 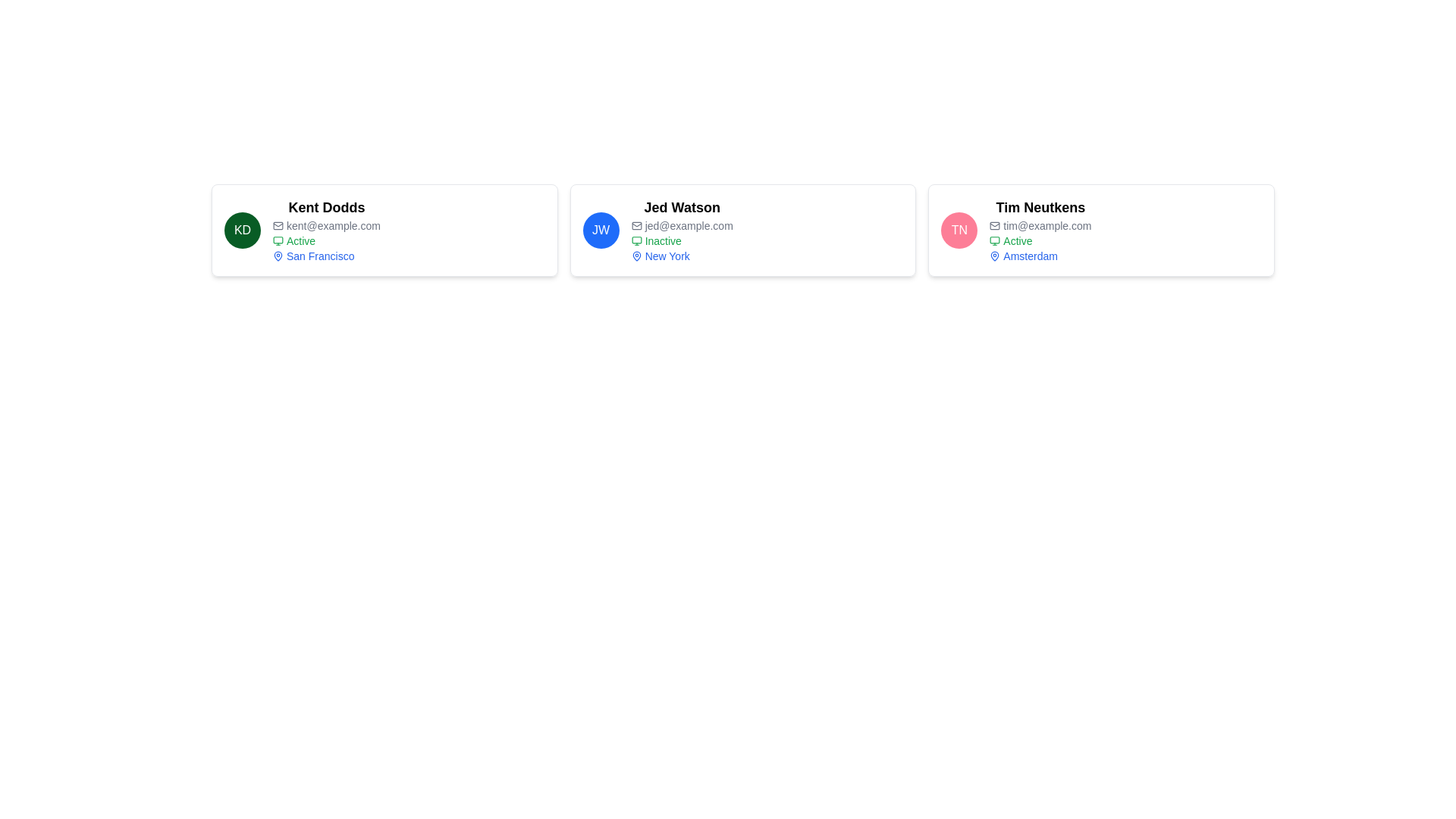 I want to click on the visual appearance of the location marker icon that represents the user's location next to the 'New York' text in the third card associated with 'Jed Watson', so click(x=636, y=256).